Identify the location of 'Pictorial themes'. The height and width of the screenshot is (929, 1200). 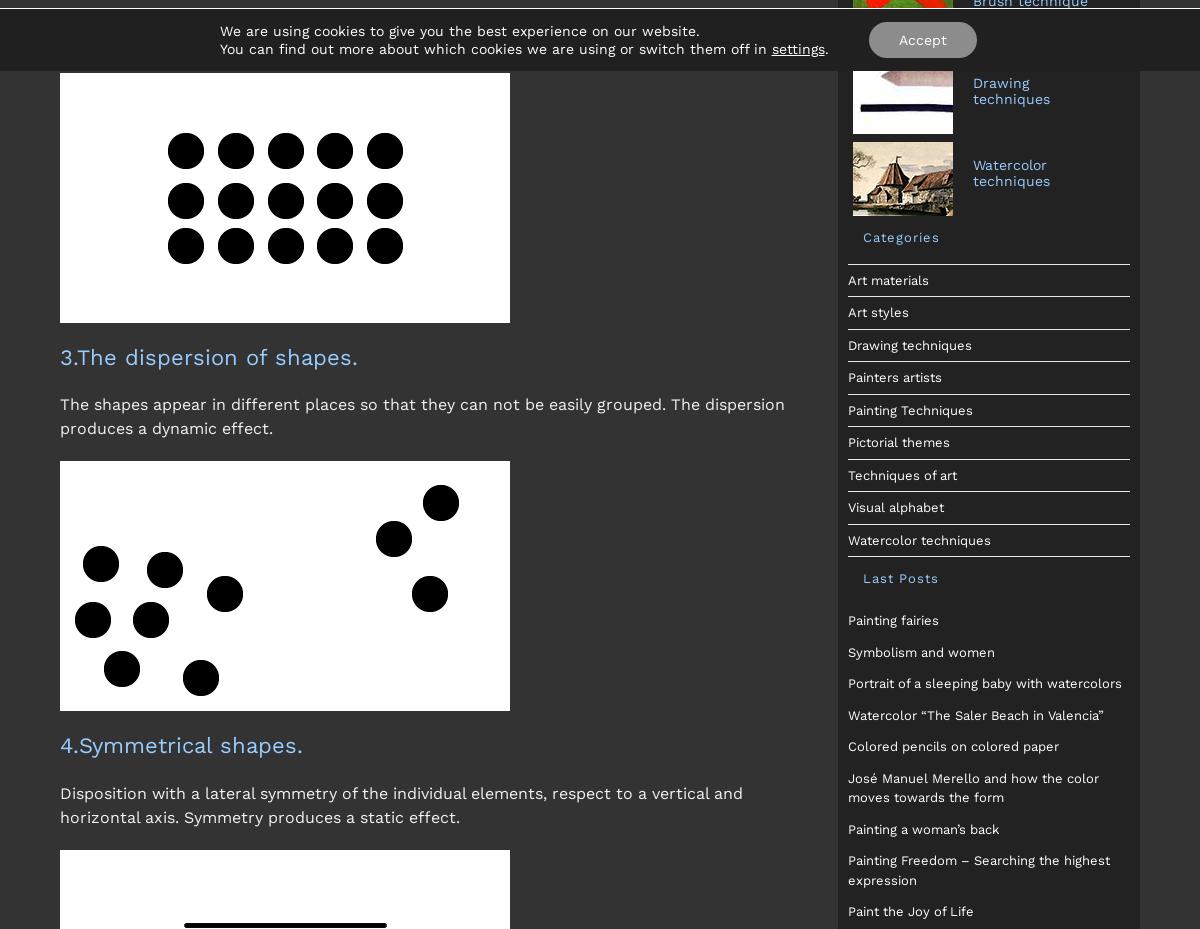
(896, 441).